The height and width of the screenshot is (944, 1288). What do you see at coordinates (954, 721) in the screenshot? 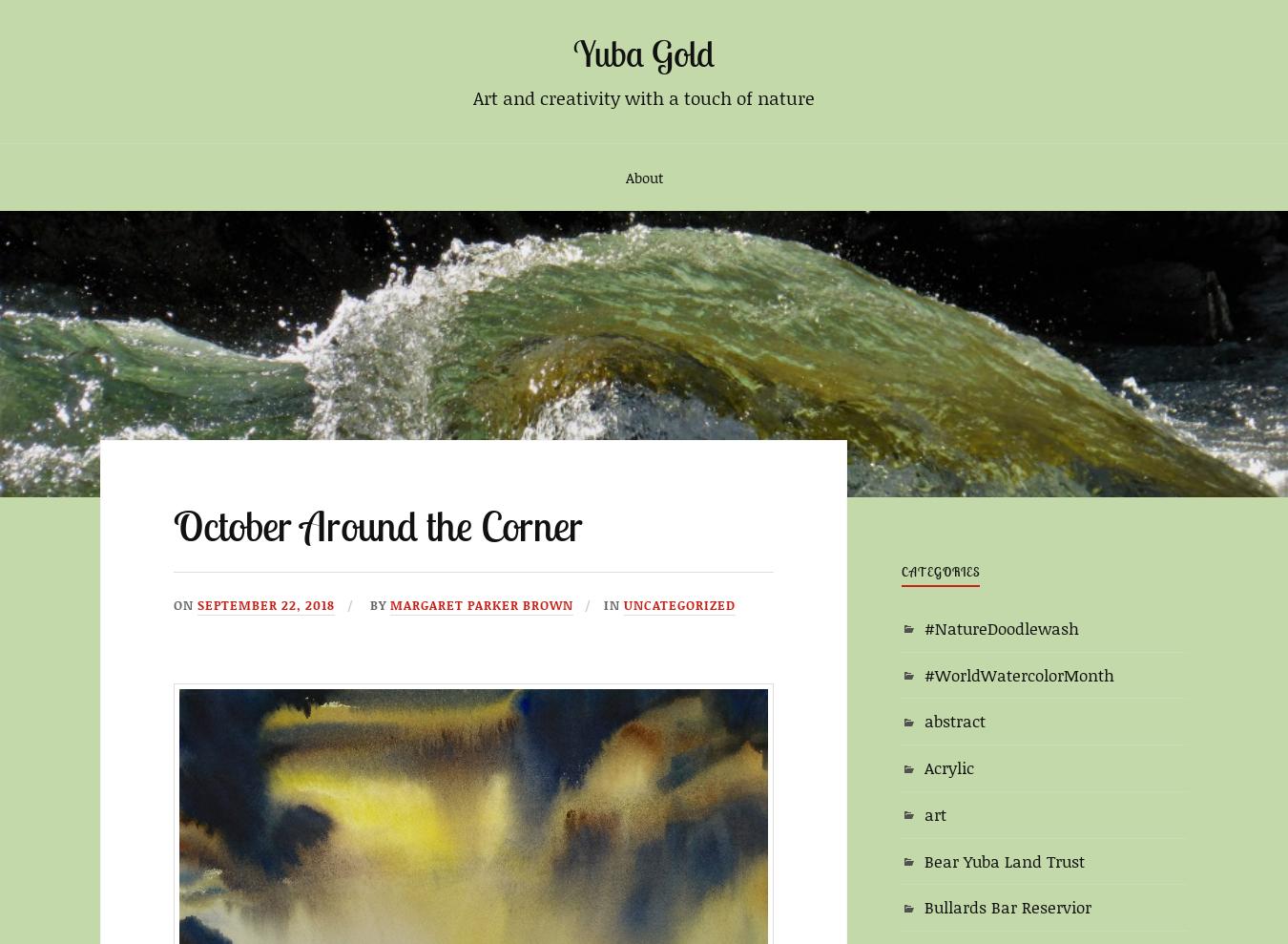
I see `'abstract'` at bounding box center [954, 721].